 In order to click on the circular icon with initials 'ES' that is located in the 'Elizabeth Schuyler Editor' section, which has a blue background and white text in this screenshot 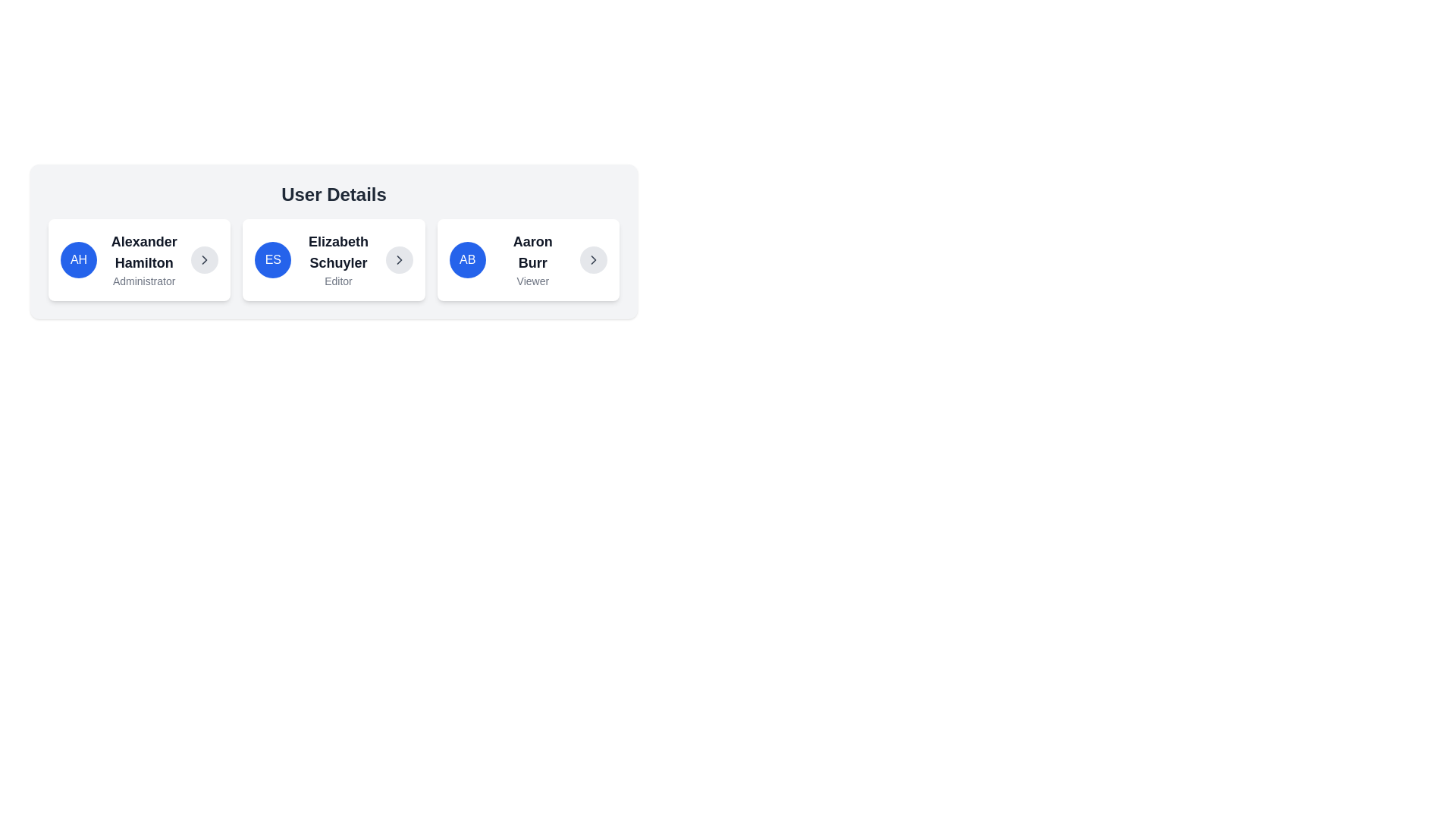, I will do `click(273, 259)`.